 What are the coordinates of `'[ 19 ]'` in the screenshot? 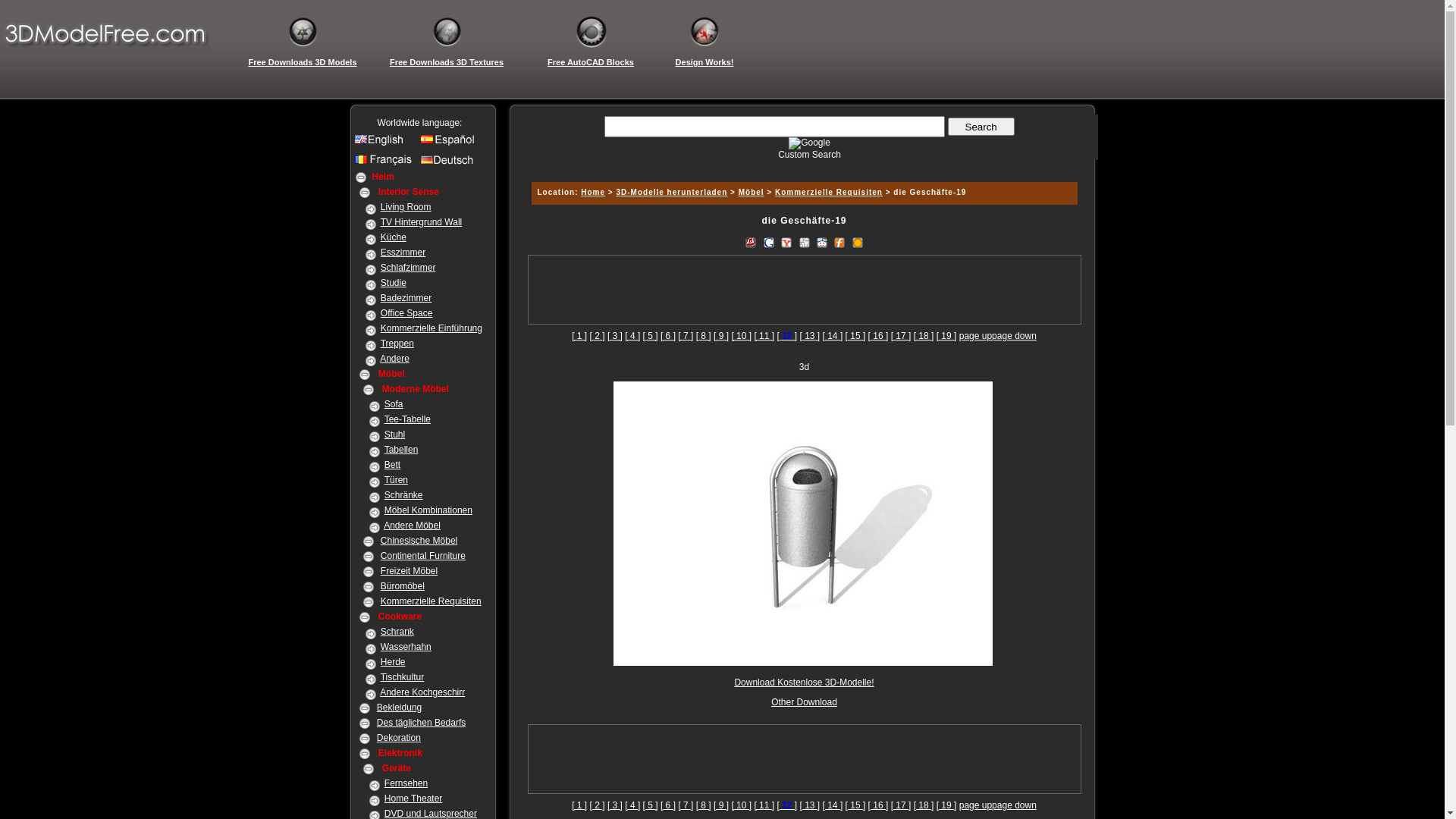 It's located at (935, 335).